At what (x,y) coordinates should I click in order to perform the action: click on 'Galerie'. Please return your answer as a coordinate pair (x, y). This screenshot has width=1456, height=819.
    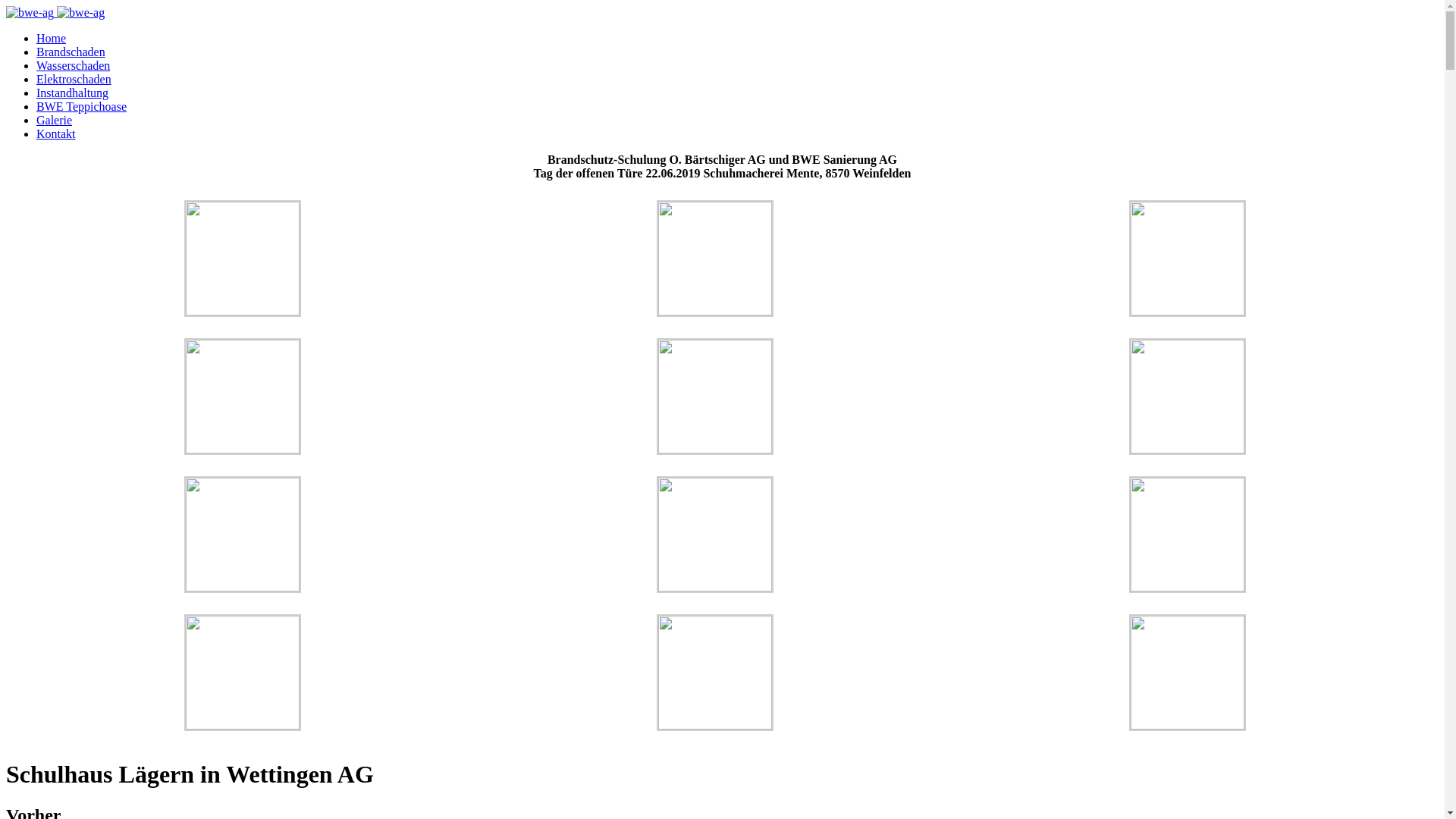
    Looking at the image, I should click on (54, 119).